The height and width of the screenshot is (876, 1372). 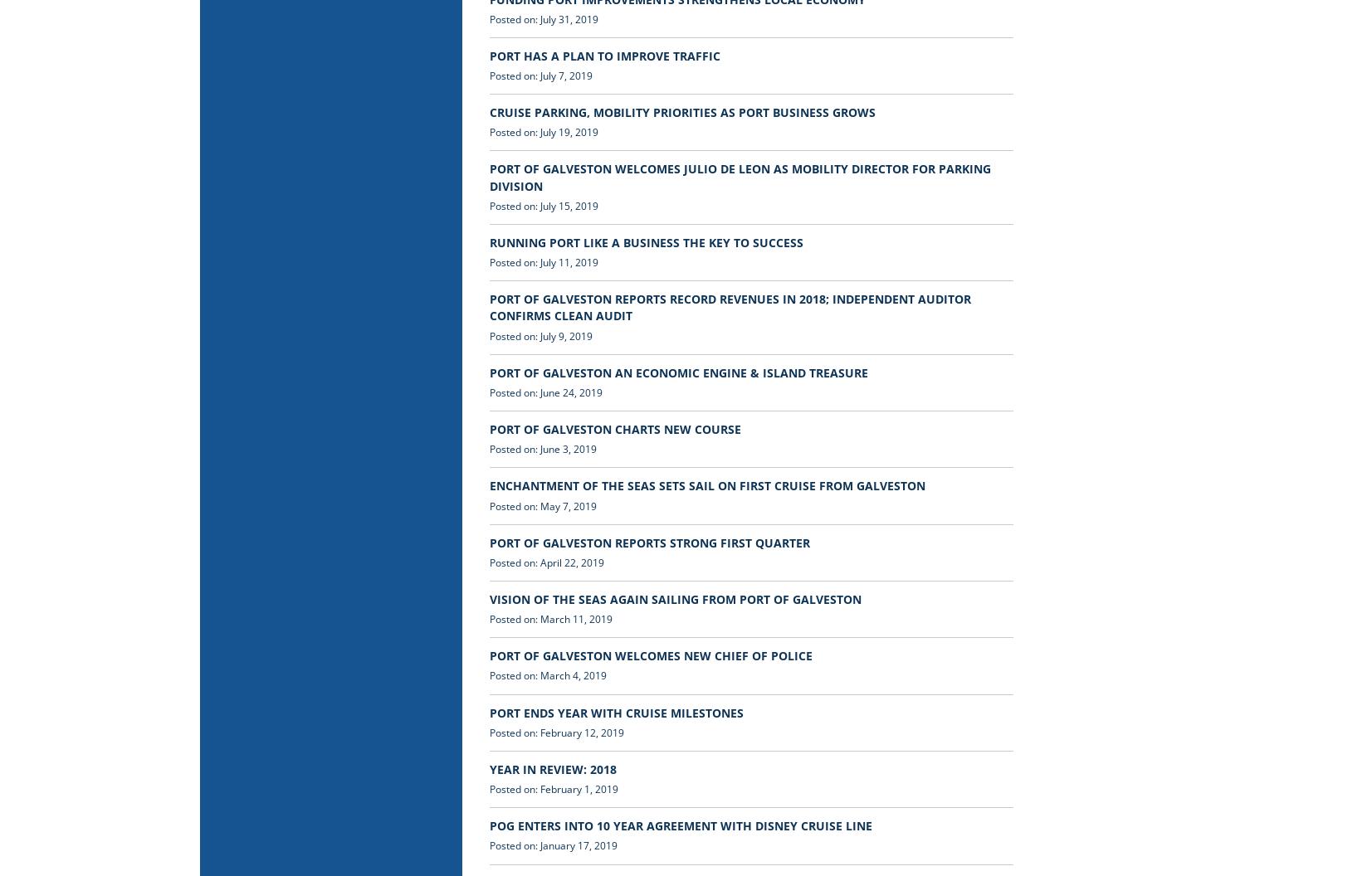 I want to click on 'PORT OF GALVESTON AN ECONOMIC ENGINE & ISLAND TREASURE', so click(x=678, y=372).